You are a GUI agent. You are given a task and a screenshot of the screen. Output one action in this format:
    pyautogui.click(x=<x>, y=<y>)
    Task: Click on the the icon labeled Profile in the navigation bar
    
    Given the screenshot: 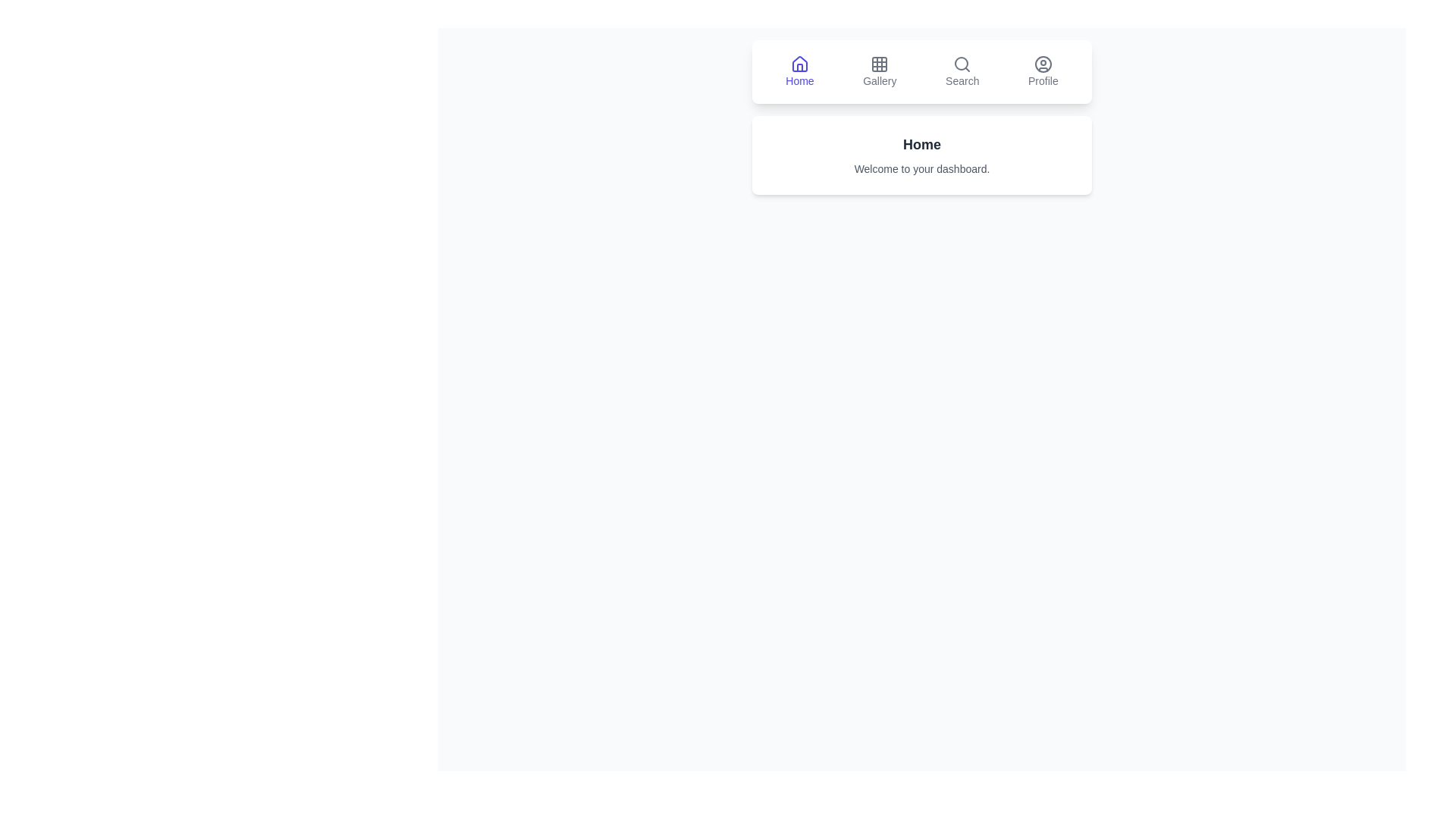 What is the action you would take?
    pyautogui.click(x=1042, y=72)
    